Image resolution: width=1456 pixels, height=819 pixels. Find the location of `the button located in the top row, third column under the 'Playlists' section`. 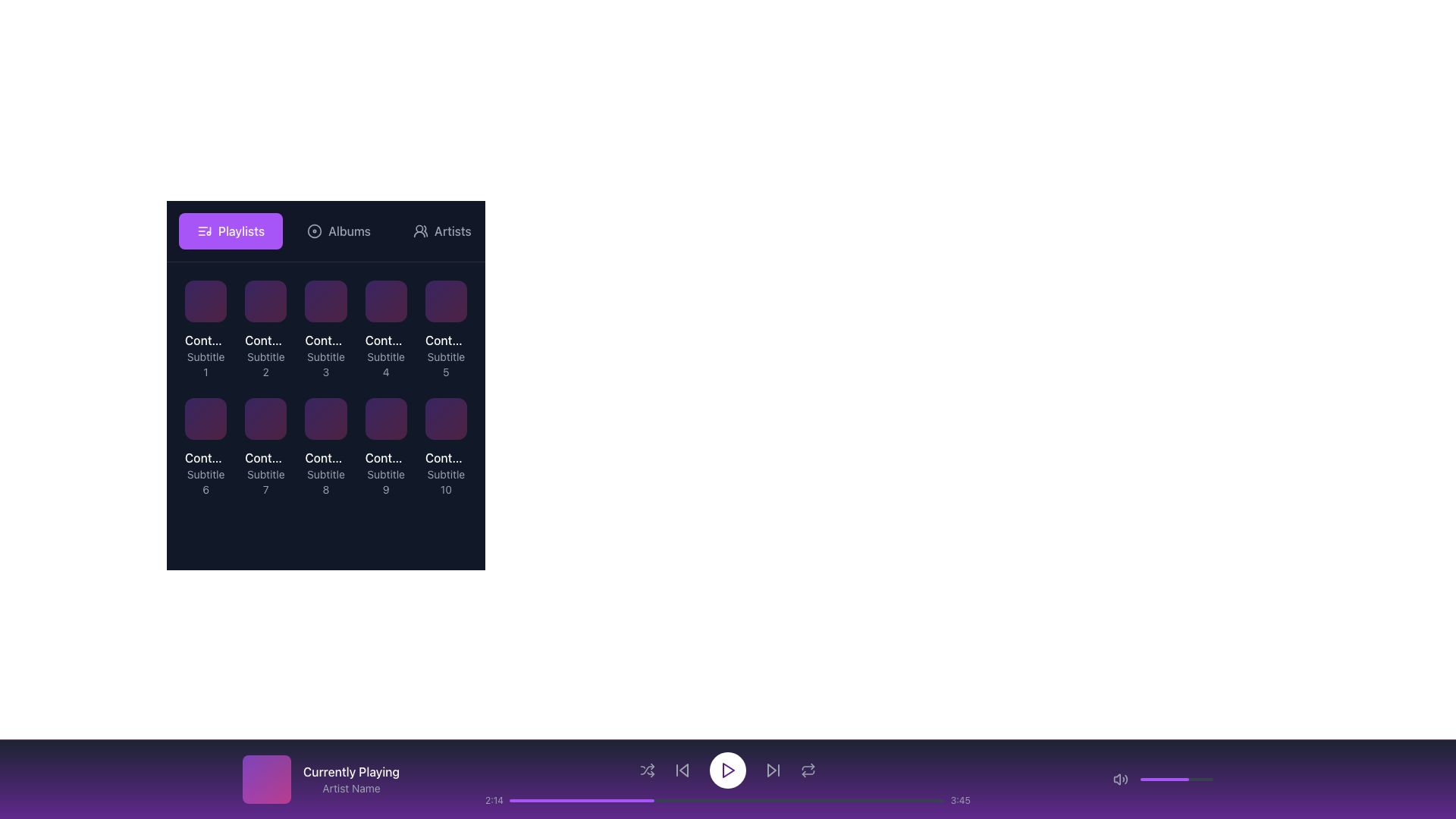

the button located in the top row, third column under the 'Playlists' section is located at coordinates (325, 301).